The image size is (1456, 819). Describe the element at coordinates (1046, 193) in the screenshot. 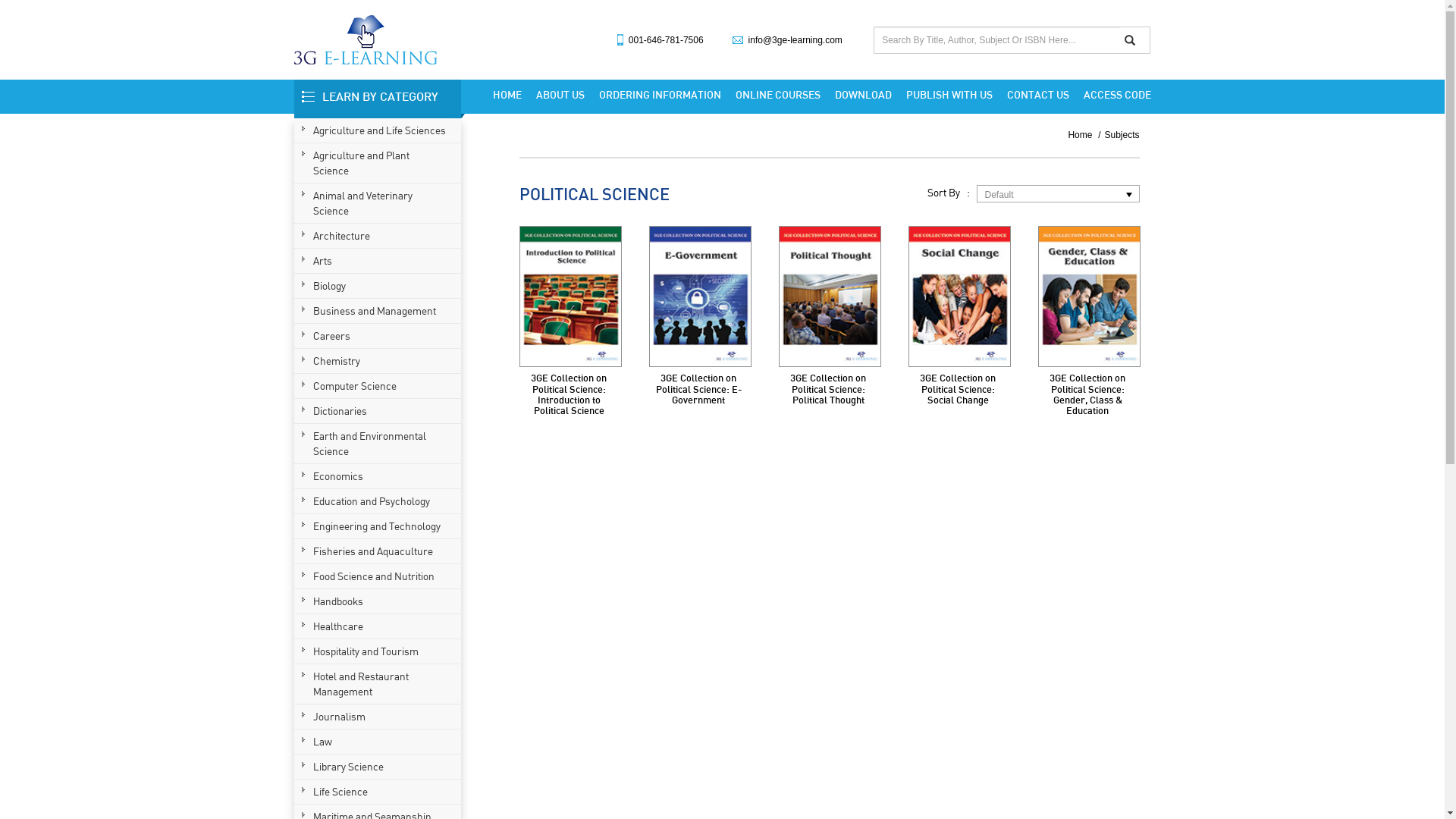

I see `'Default'` at that location.